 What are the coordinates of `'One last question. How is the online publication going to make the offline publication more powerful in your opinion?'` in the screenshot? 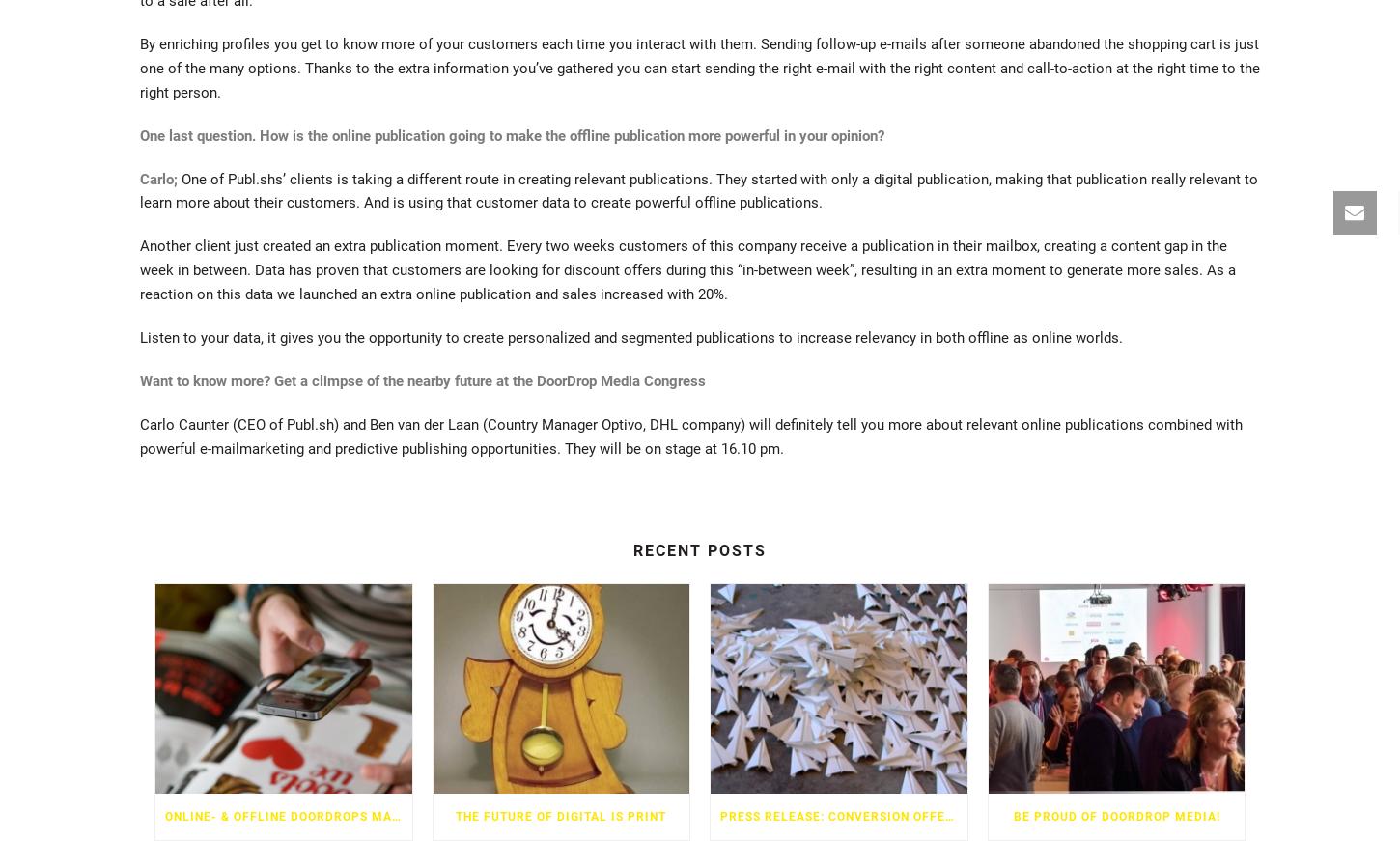 It's located at (512, 133).